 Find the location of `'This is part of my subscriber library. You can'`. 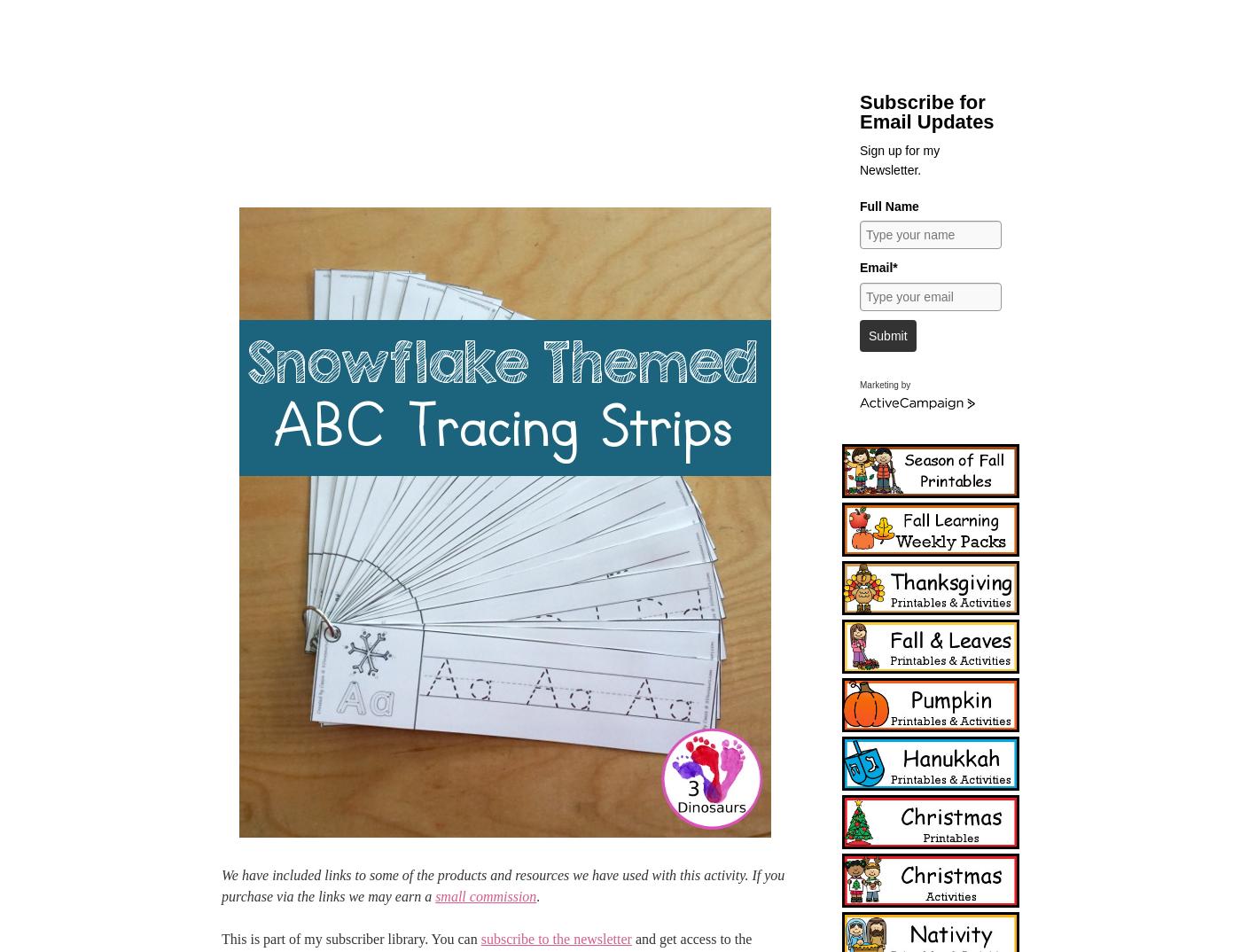

'This is part of my subscriber library. You can' is located at coordinates (351, 939).